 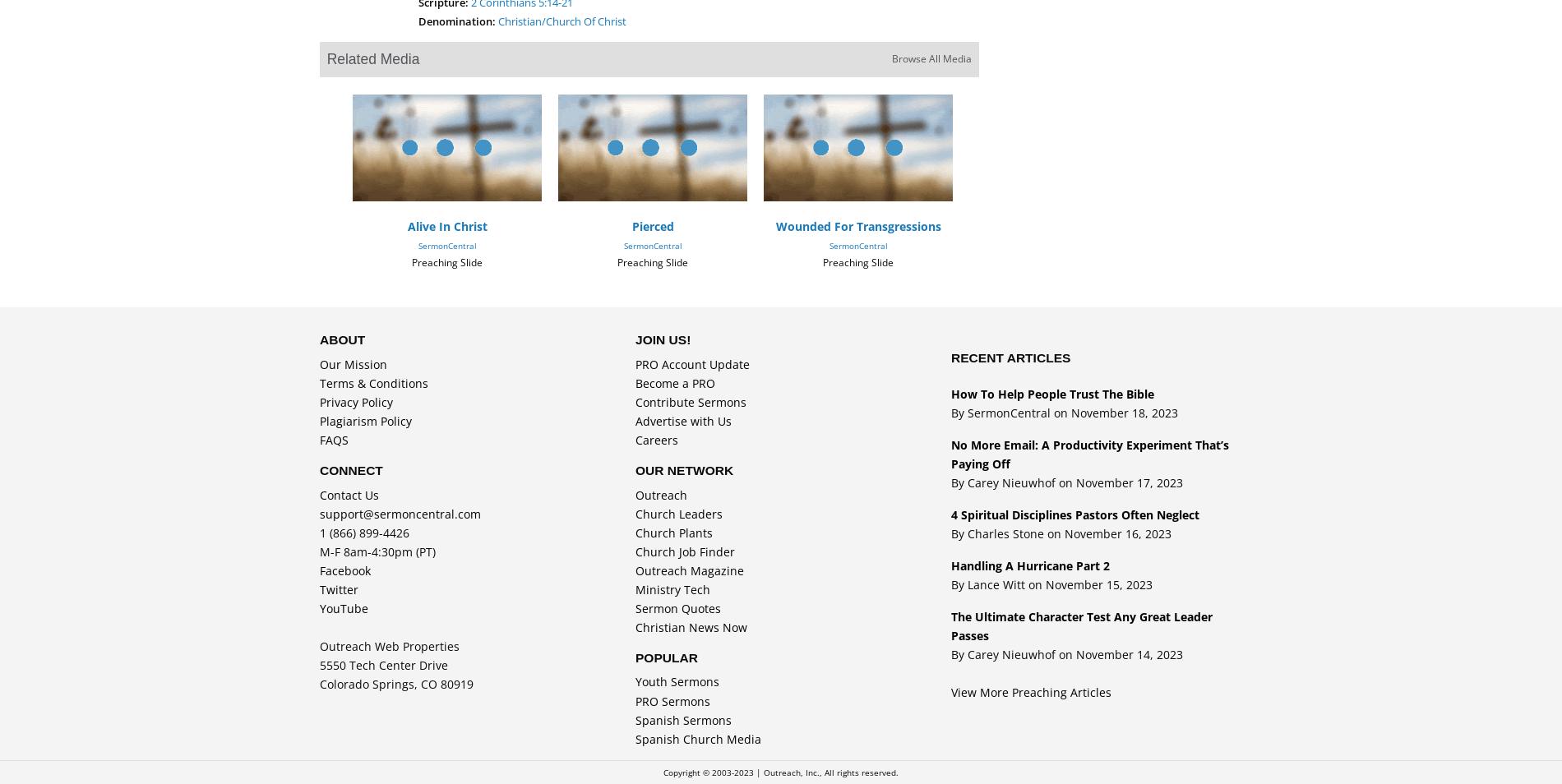 What do you see at coordinates (396, 684) in the screenshot?
I see `'Colorado Springs, CO 80919'` at bounding box center [396, 684].